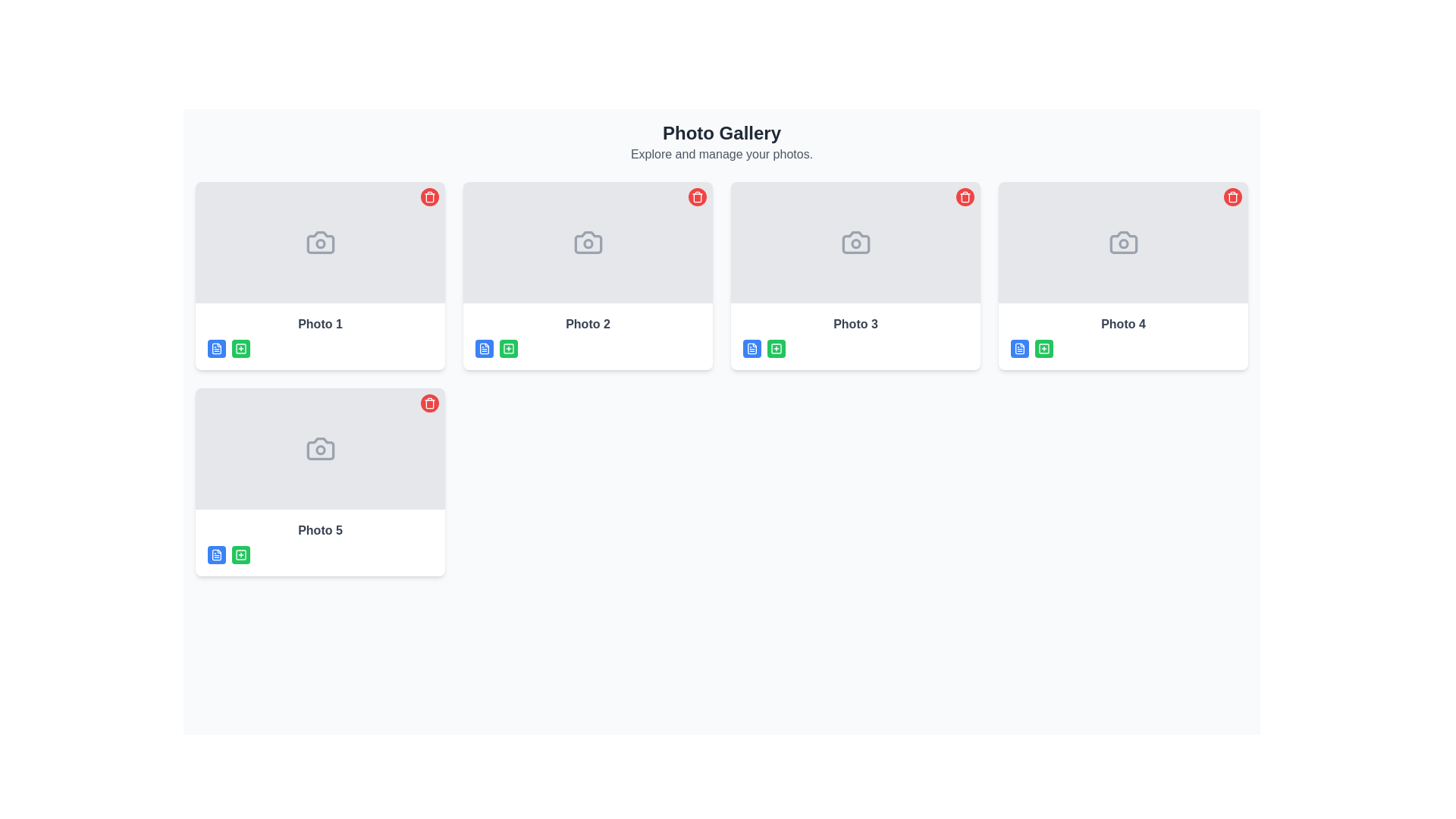 This screenshot has height=819, width=1456. What do you see at coordinates (216, 555) in the screenshot?
I see `the small rectangular blue button with rounded edges containing a document icon, located at the leftmost side of the action buttons below 'Photo 5'` at bounding box center [216, 555].